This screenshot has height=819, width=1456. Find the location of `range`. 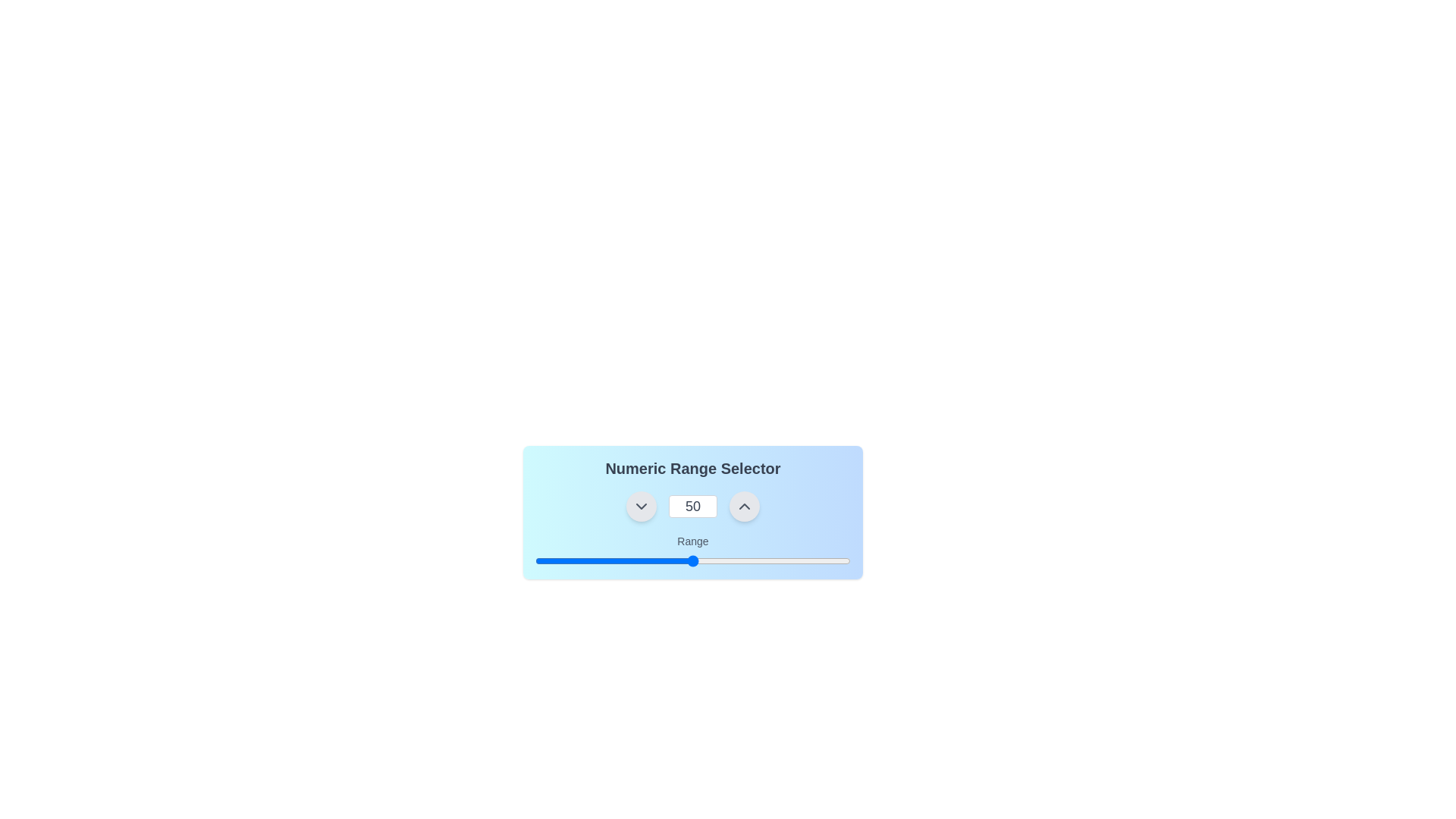

range is located at coordinates (614, 561).